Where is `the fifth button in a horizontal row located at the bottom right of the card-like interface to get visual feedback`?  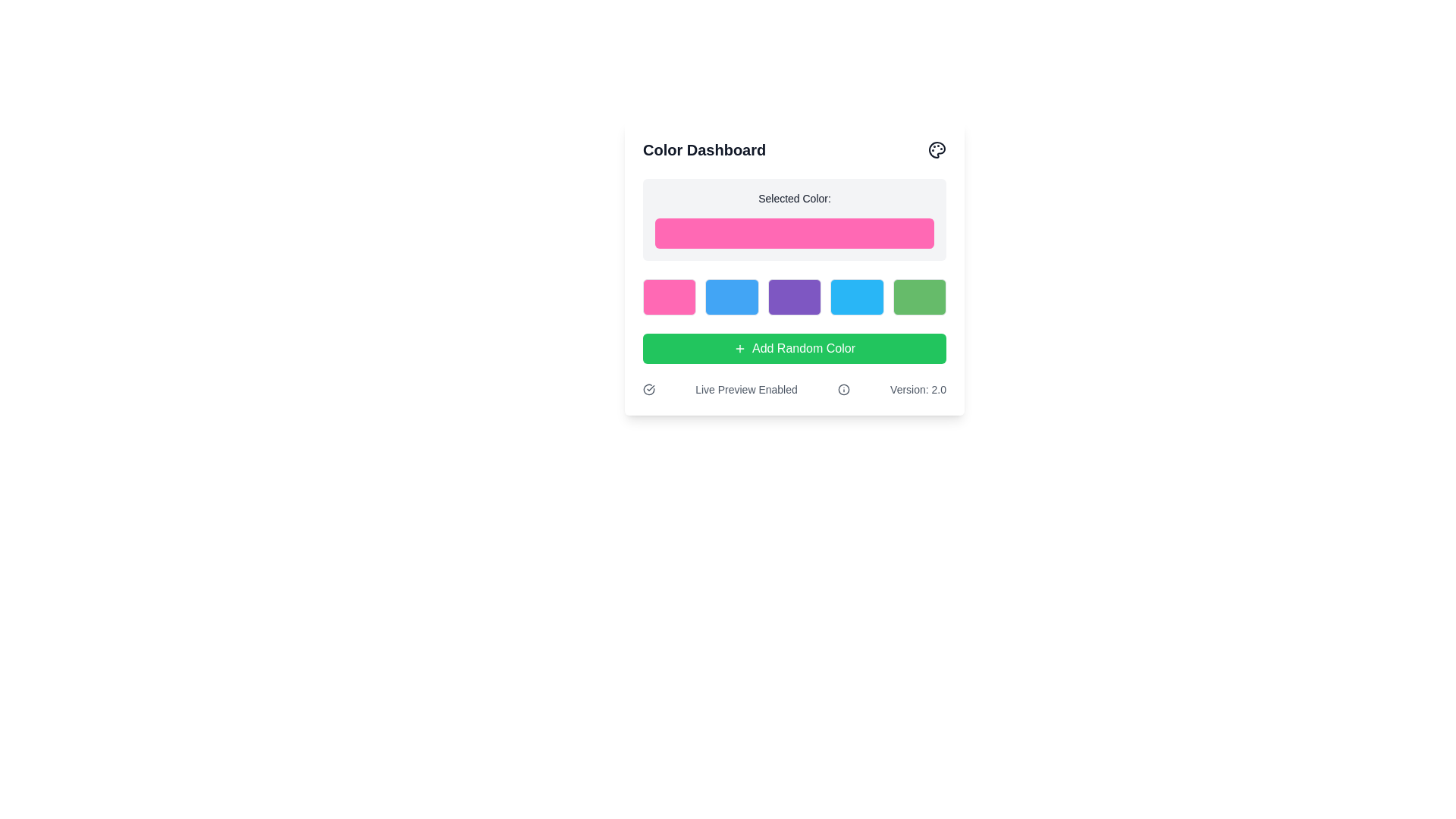
the fifth button in a horizontal row located at the bottom right of the card-like interface to get visual feedback is located at coordinates (918, 297).